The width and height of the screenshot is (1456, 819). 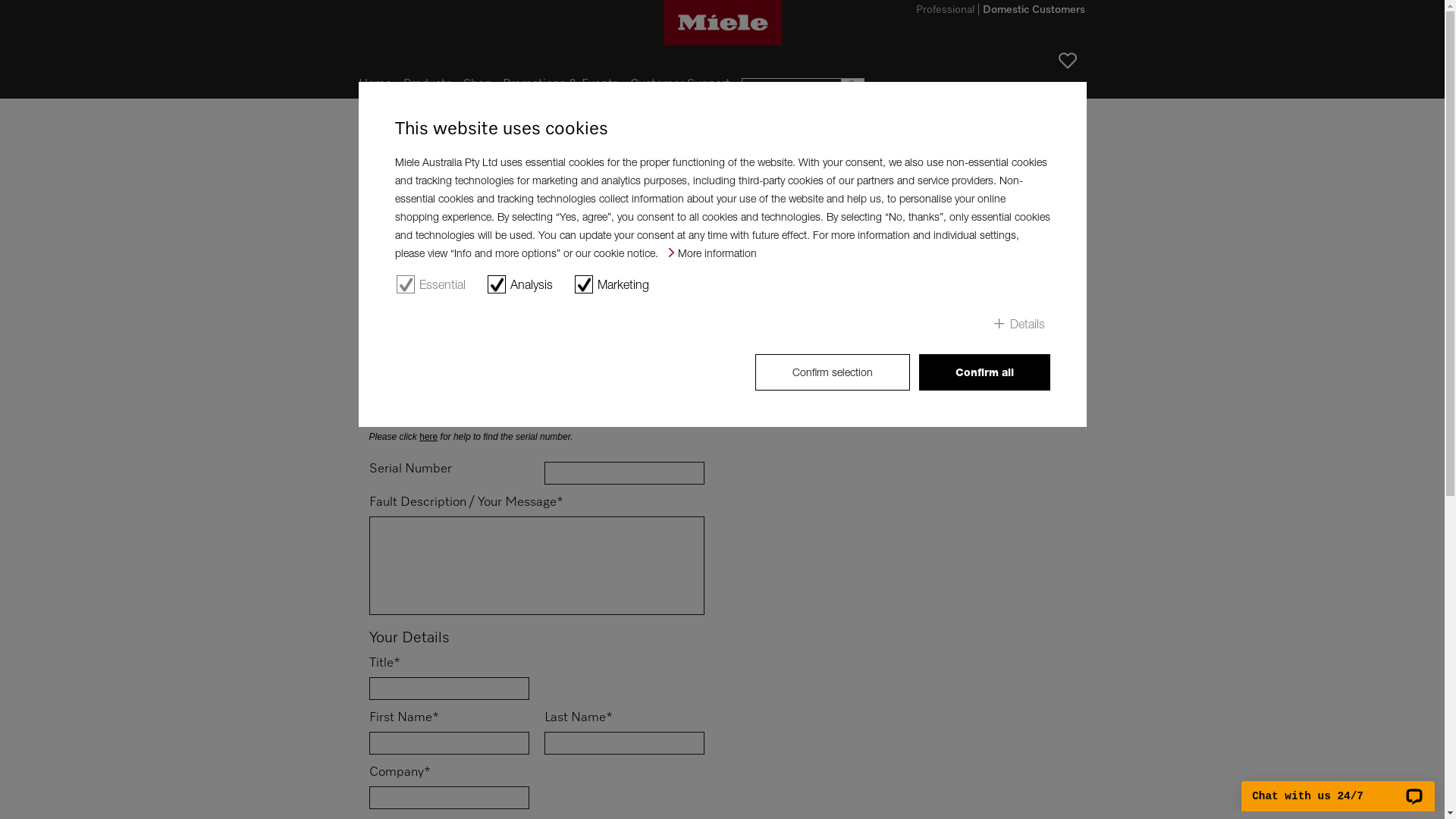 I want to click on 'Professional', so click(x=944, y=11).